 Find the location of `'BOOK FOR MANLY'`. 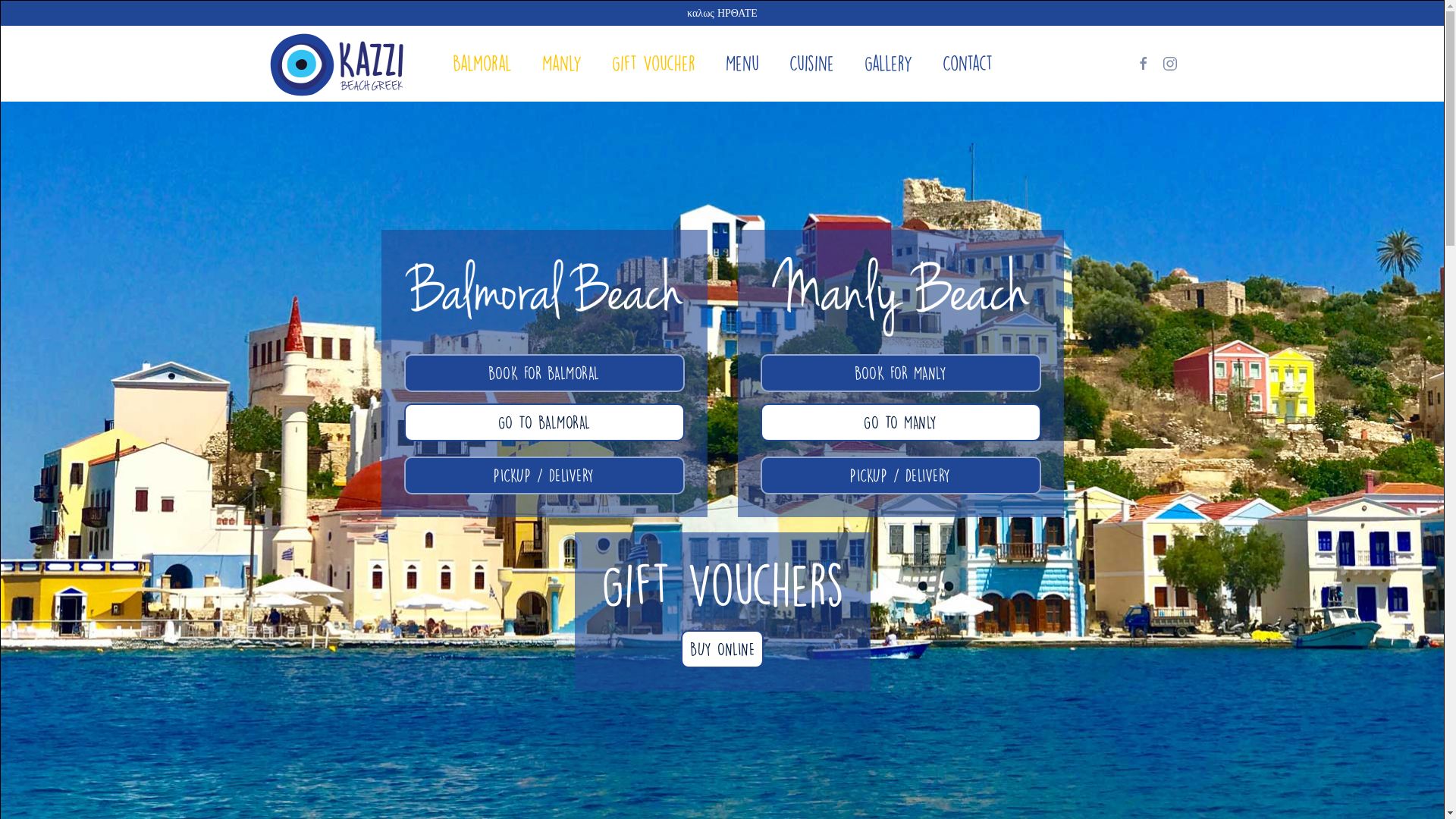

'BOOK FOR MANLY' is located at coordinates (899, 373).